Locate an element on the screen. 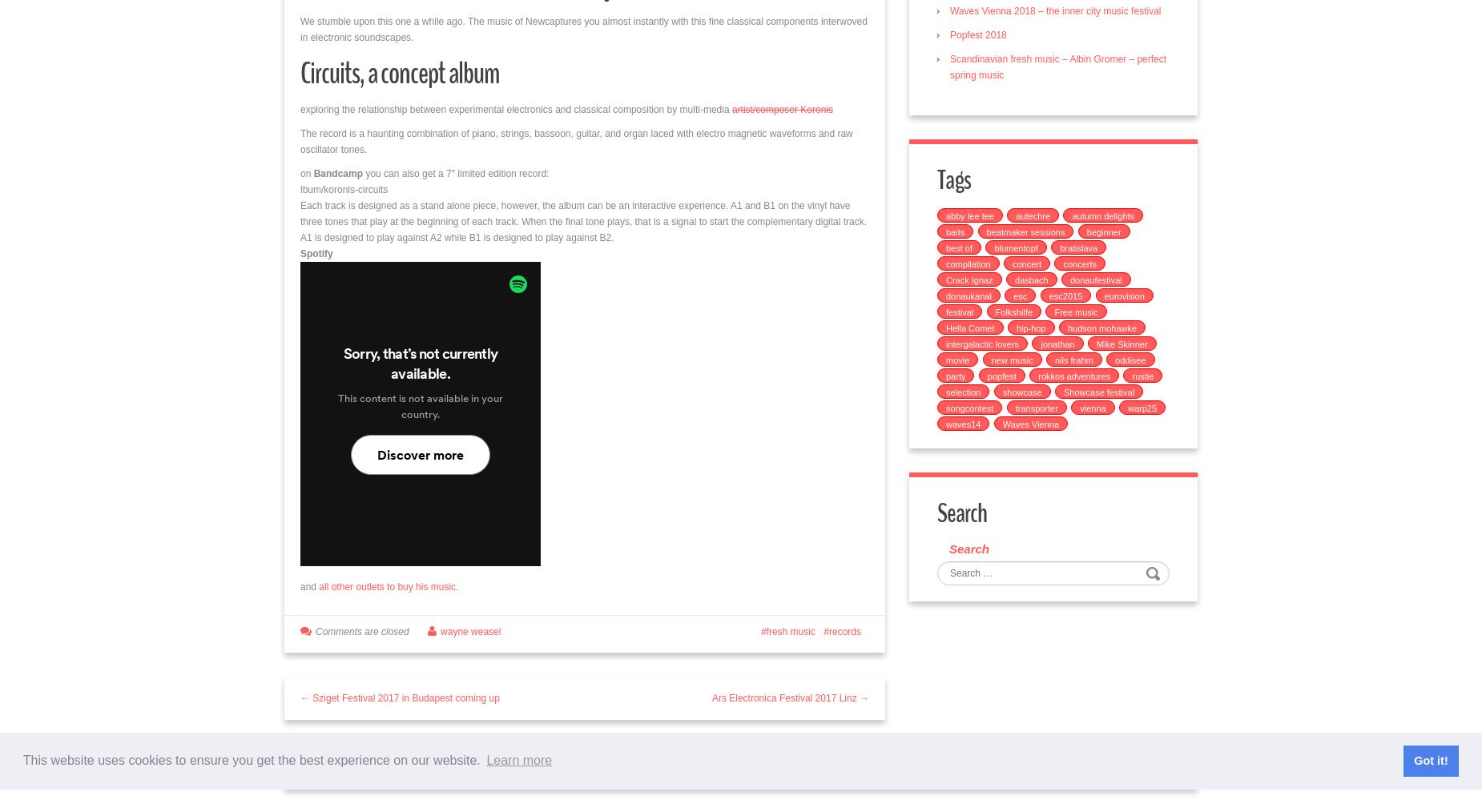  'Crack Ignaz' is located at coordinates (969, 279).